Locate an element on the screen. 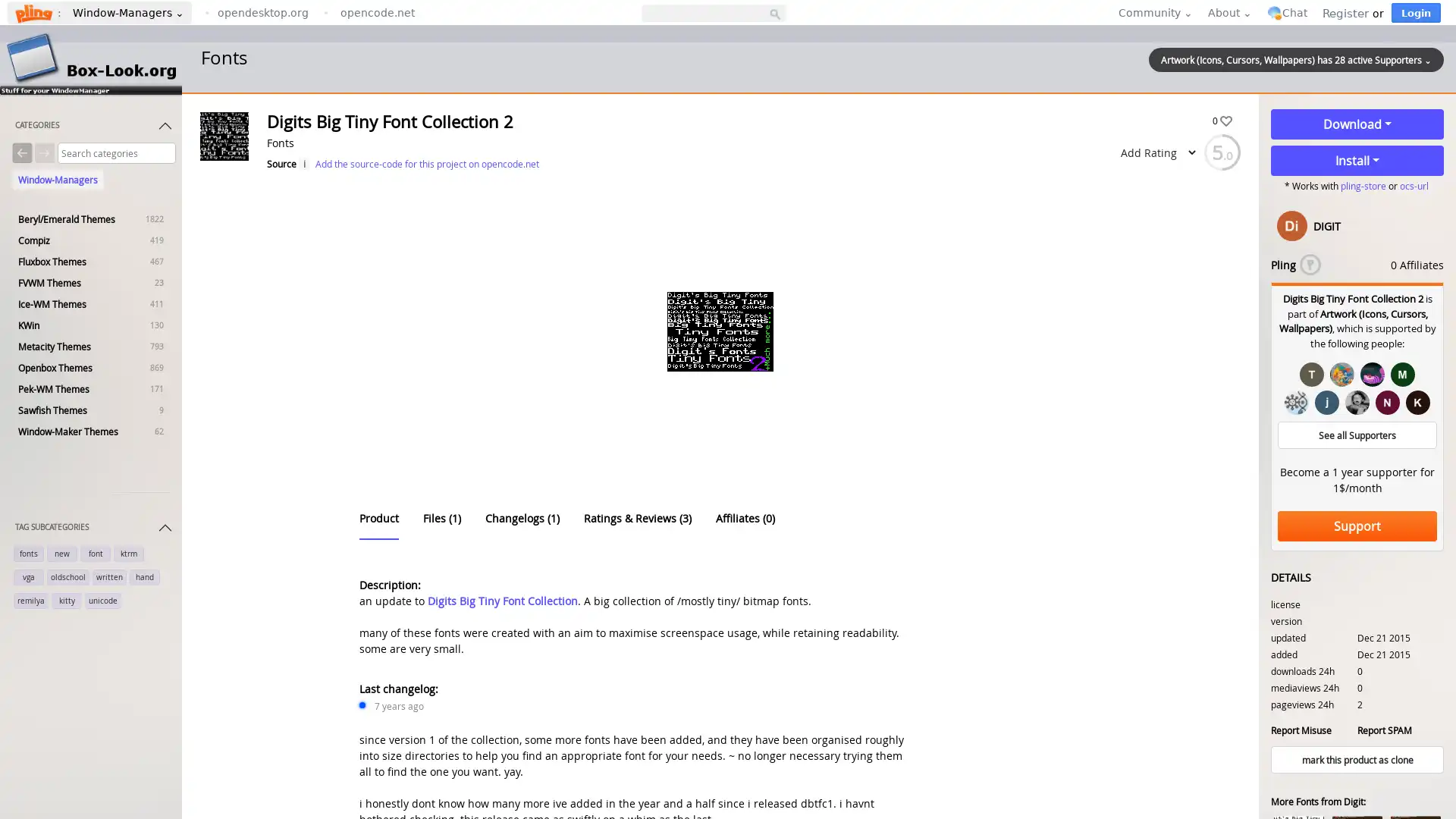  CATEGORIES is located at coordinates (93, 127).